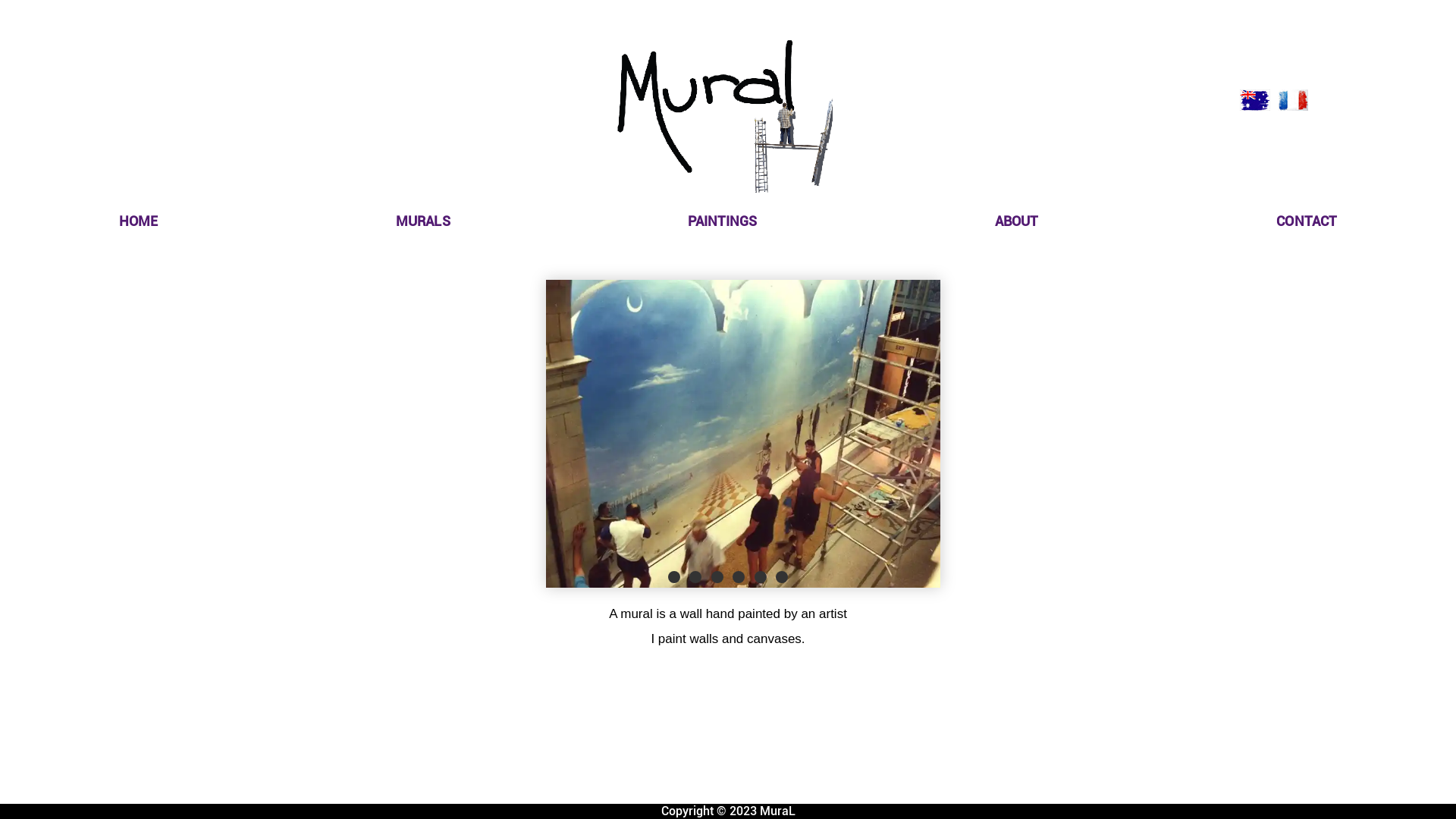 The width and height of the screenshot is (1456, 819). What do you see at coordinates (1016, 221) in the screenshot?
I see `'ABOUT'` at bounding box center [1016, 221].